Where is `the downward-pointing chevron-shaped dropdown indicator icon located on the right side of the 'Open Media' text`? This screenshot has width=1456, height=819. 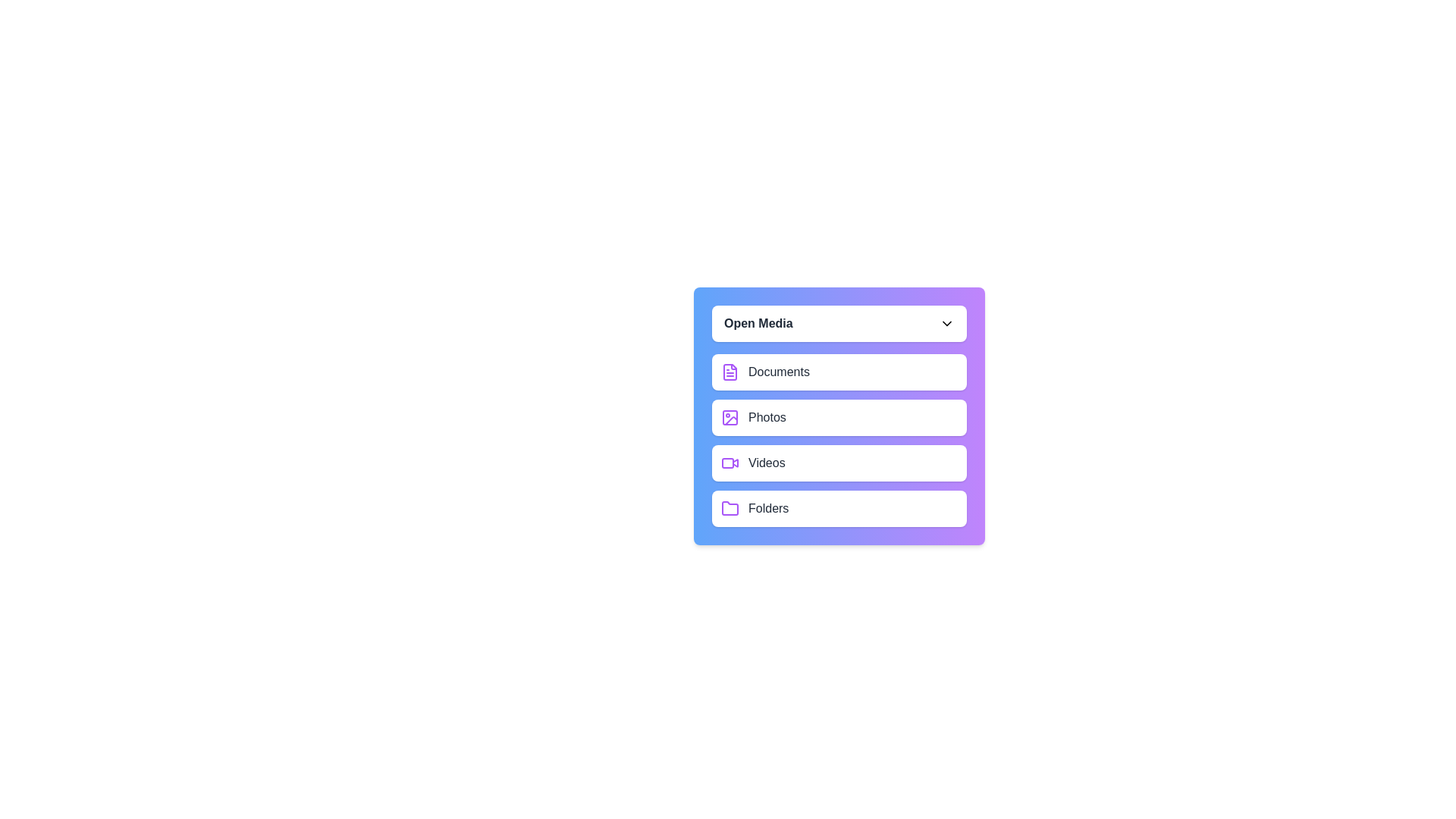 the downward-pointing chevron-shaped dropdown indicator icon located on the right side of the 'Open Media' text is located at coordinates (946, 323).